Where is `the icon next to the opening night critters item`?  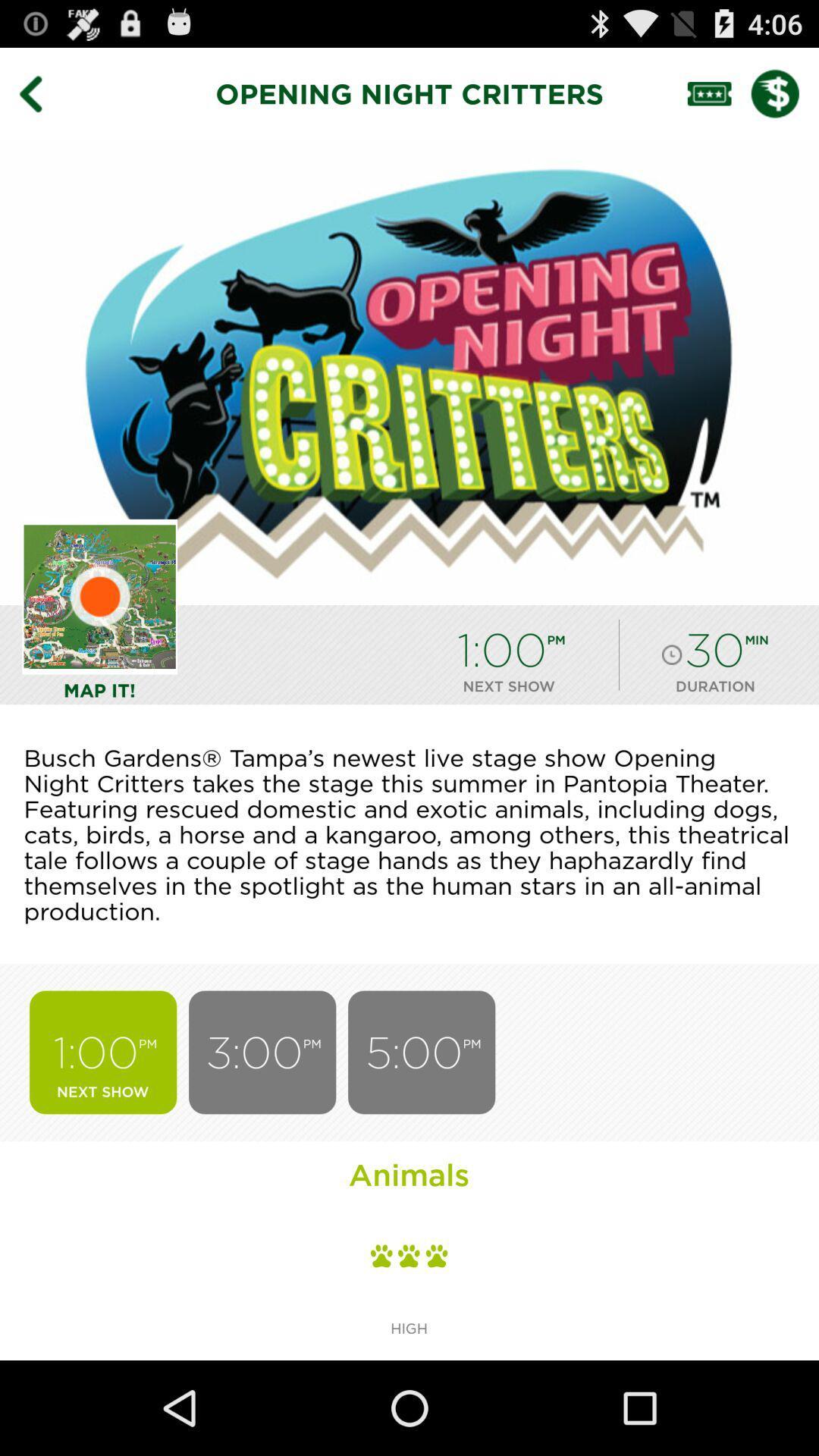
the icon next to the opening night critters item is located at coordinates (41, 93).